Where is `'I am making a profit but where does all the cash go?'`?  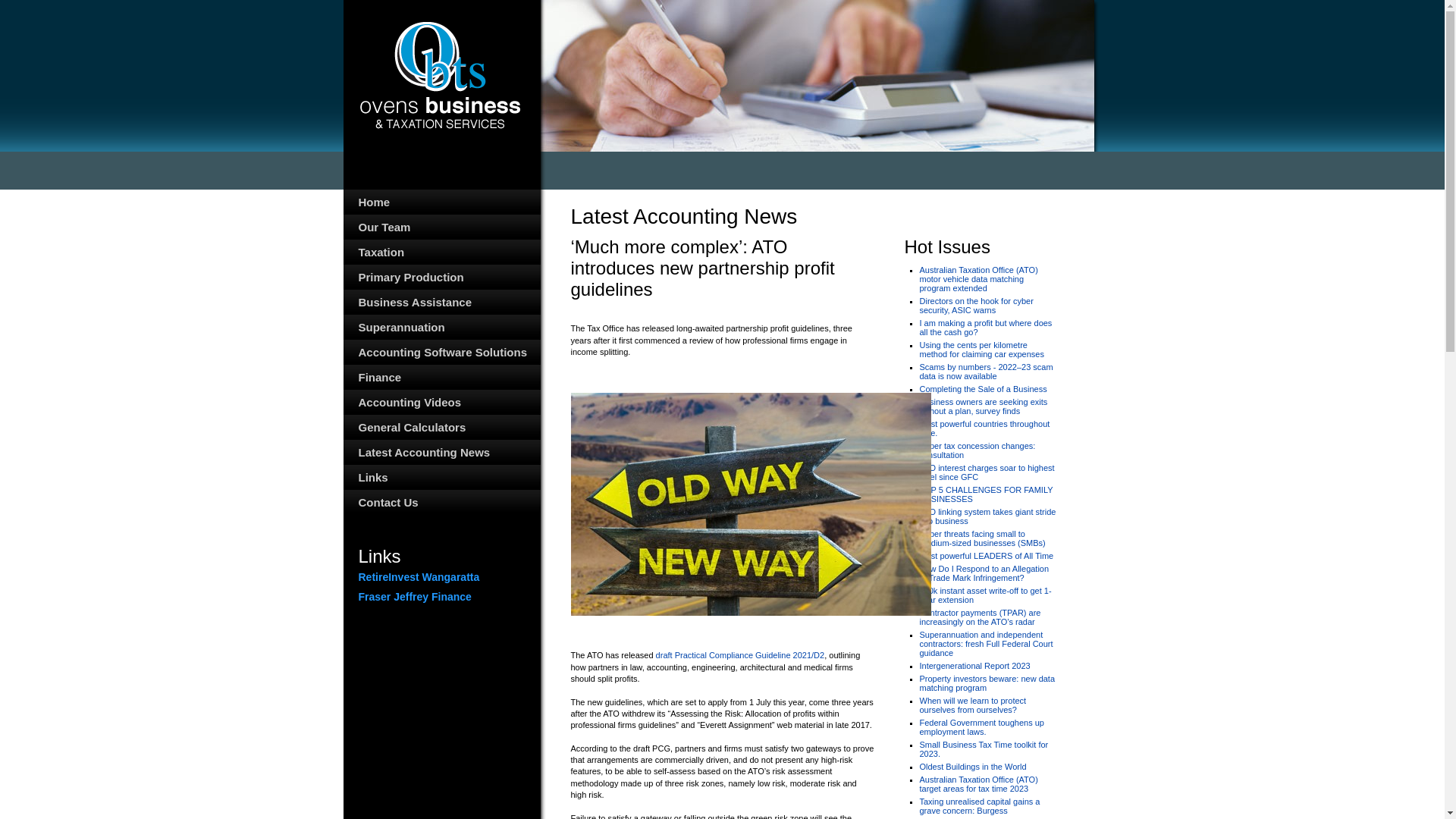
'I am making a profit but where does all the cash go?' is located at coordinates (918, 327).